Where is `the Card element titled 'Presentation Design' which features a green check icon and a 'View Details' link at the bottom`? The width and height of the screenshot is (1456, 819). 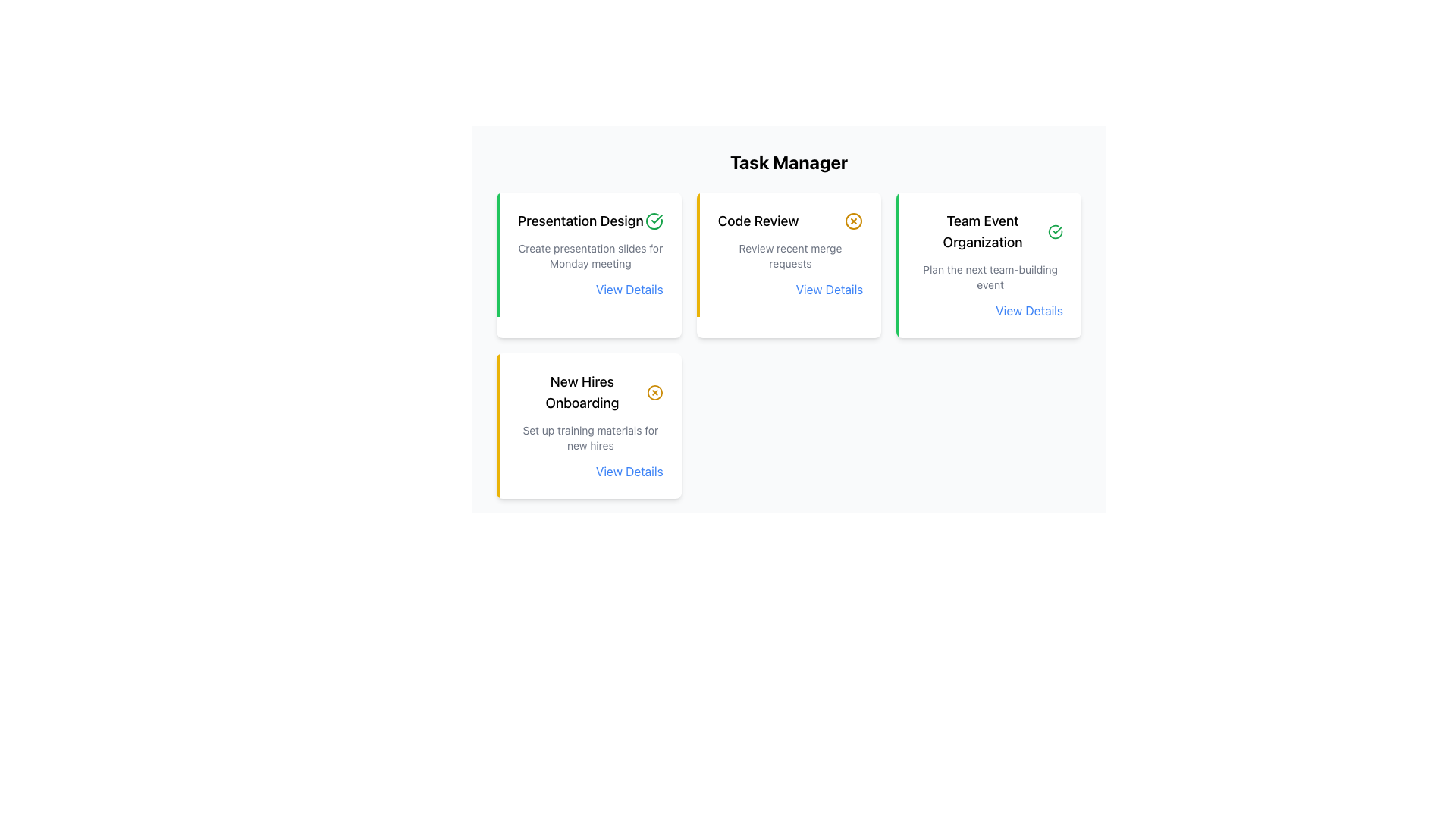 the Card element titled 'Presentation Design' which features a green check icon and a 'View Details' link at the bottom is located at coordinates (588, 265).